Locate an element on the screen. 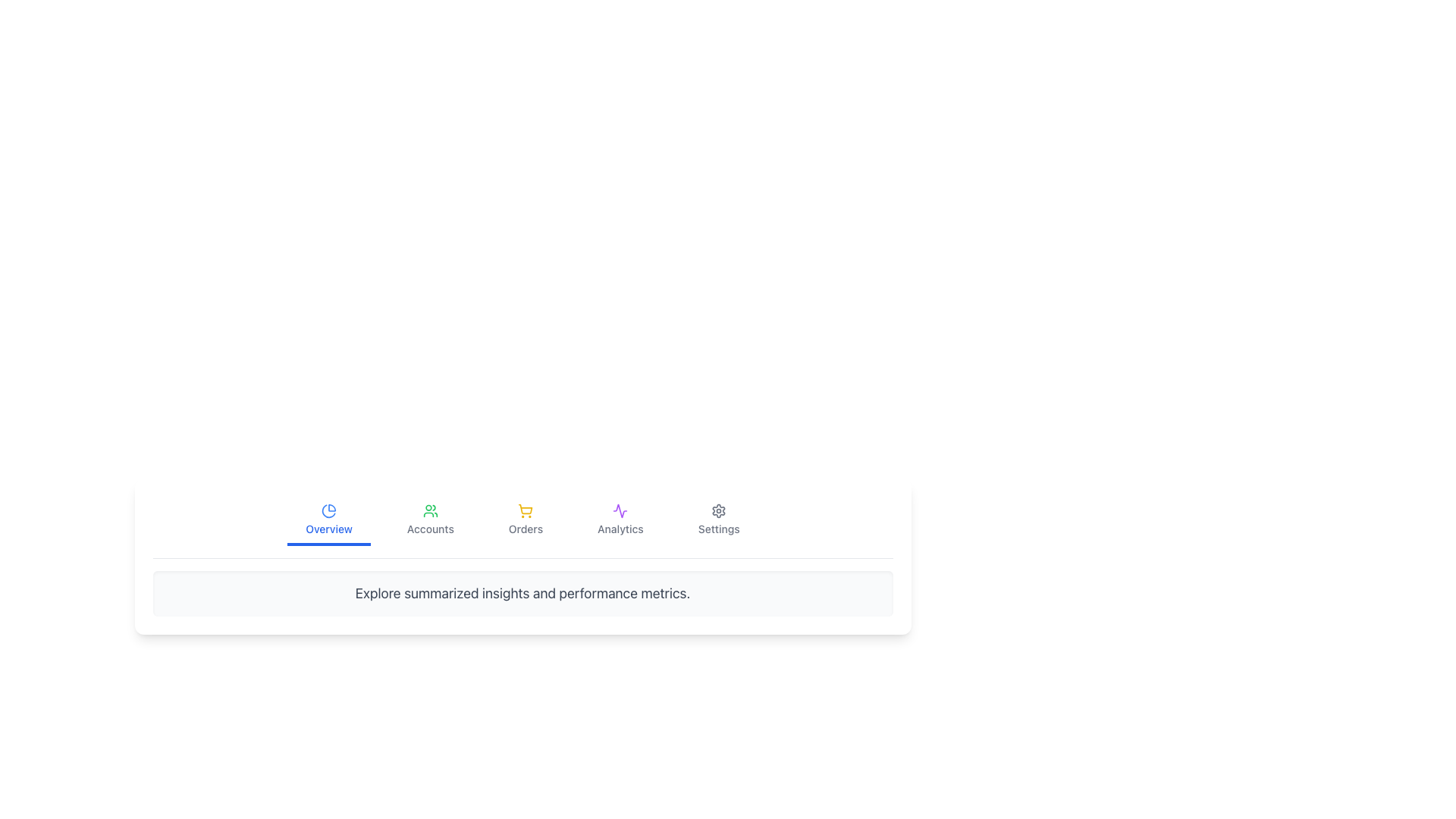 The width and height of the screenshot is (1456, 819). the 'Overview' icon located at the top center of the navigation menu, above the 'Overview' text label is located at coordinates (328, 511).